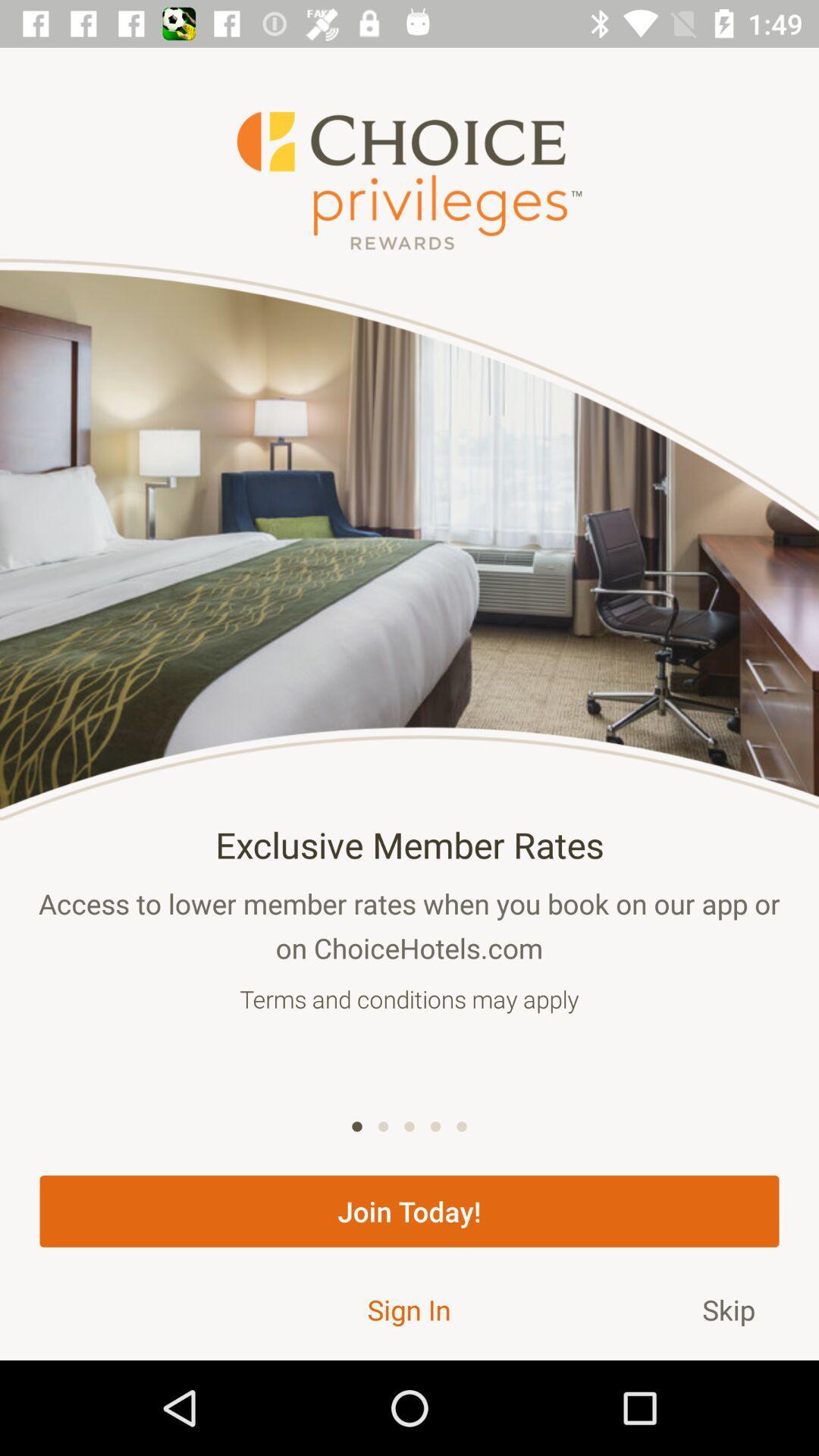 The height and width of the screenshot is (1456, 819). What do you see at coordinates (408, 1309) in the screenshot?
I see `the sign in item` at bounding box center [408, 1309].